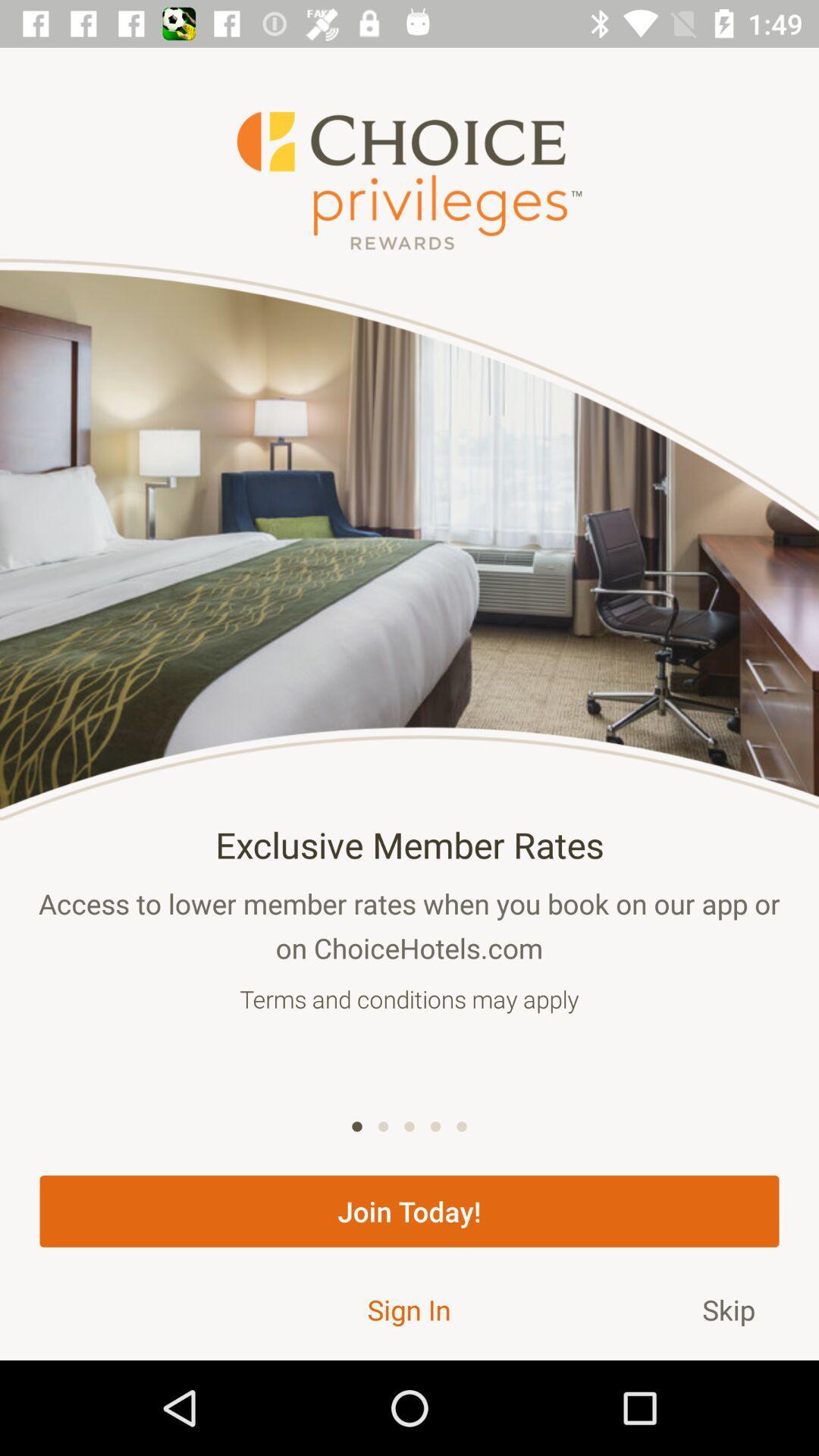 The height and width of the screenshot is (1456, 819). What do you see at coordinates (408, 1309) in the screenshot?
I see `the sign in item` at bounding box center [408, 1309].